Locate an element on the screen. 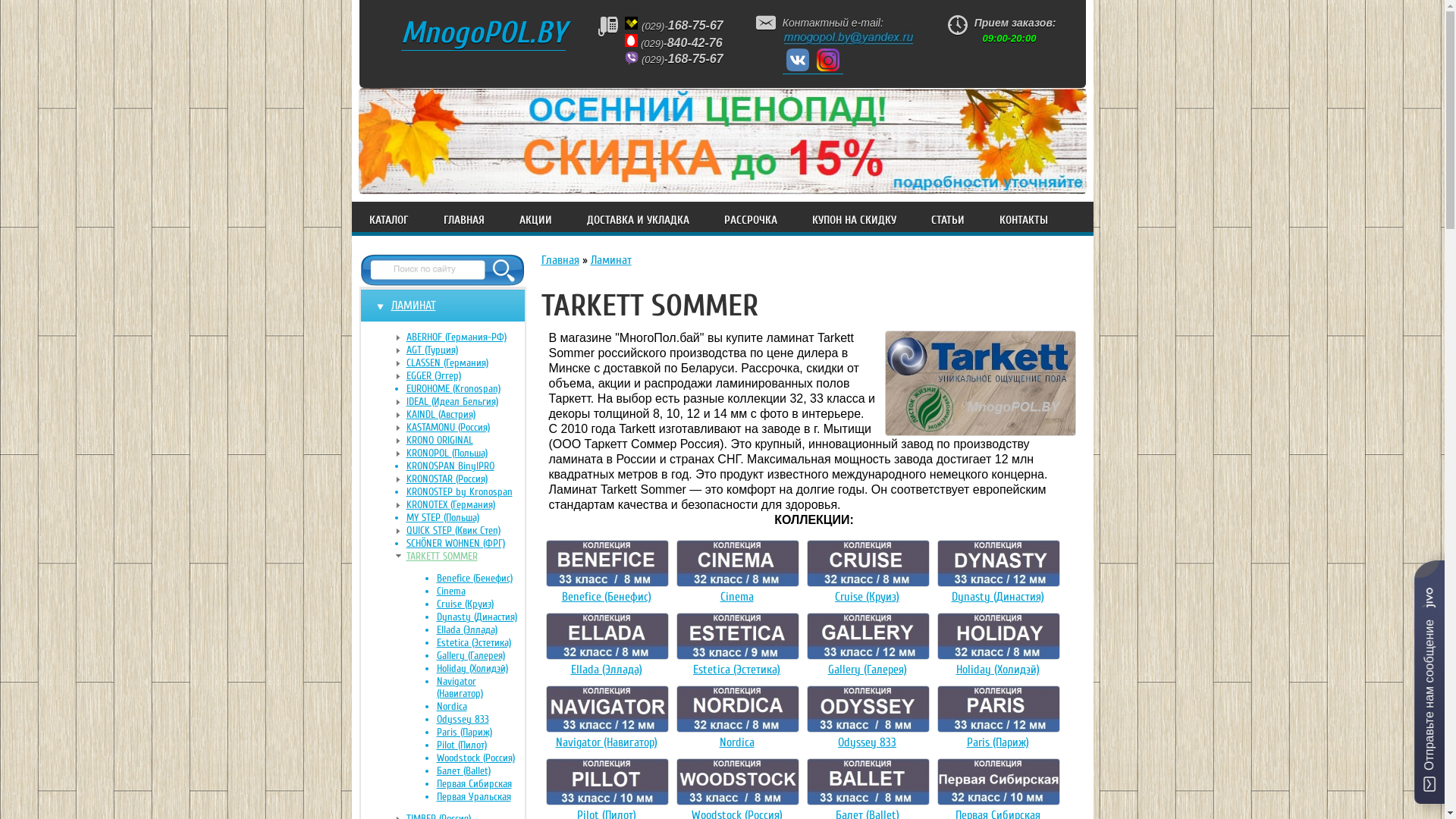  'Cinema' is located at coordinates (736, 595).